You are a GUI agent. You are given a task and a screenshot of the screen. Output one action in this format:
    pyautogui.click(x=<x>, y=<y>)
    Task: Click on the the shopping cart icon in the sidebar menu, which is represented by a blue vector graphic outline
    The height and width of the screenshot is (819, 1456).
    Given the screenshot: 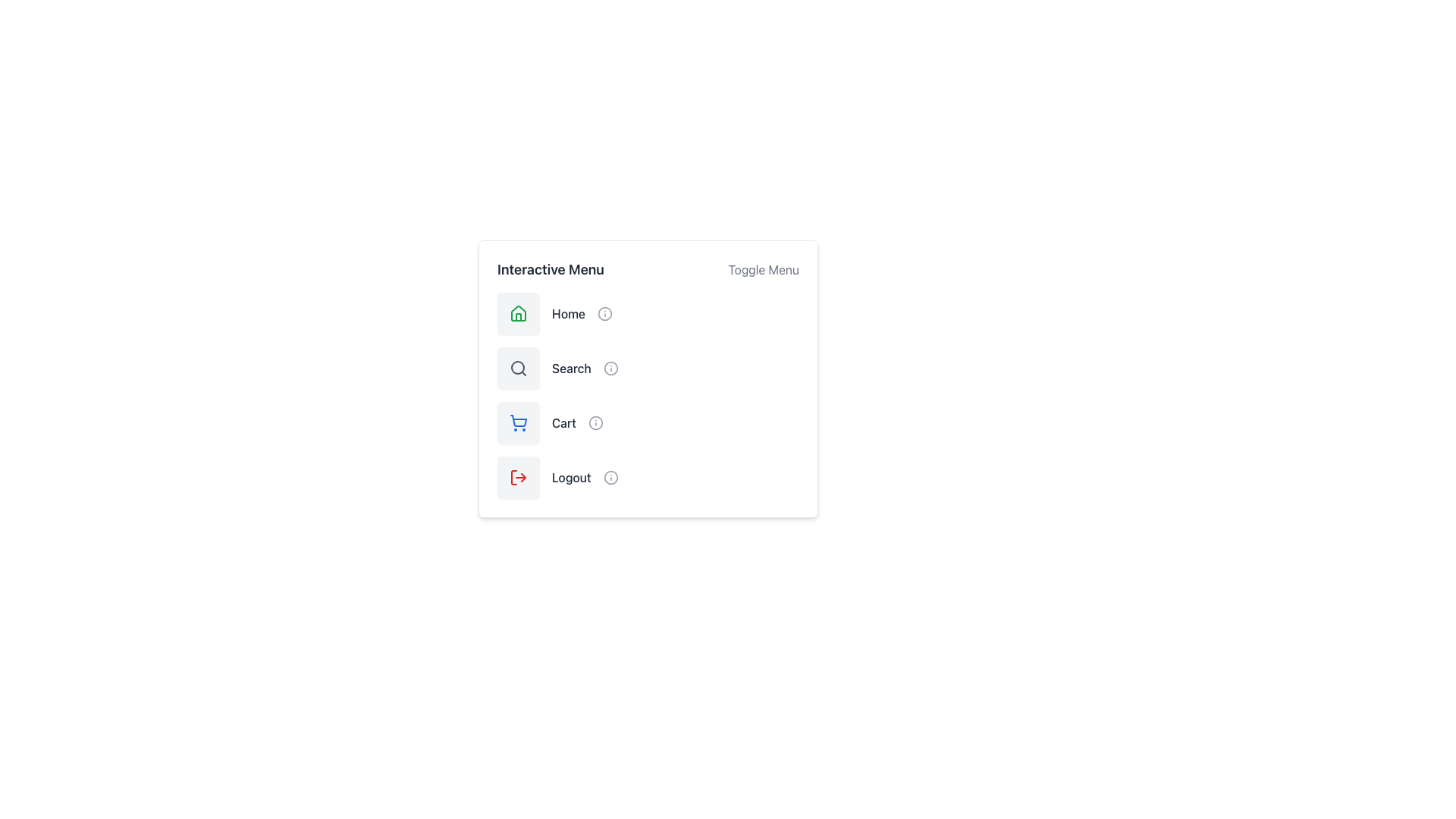 What is the action you would take?
    pyautogui.click(x=519, y=421)
    